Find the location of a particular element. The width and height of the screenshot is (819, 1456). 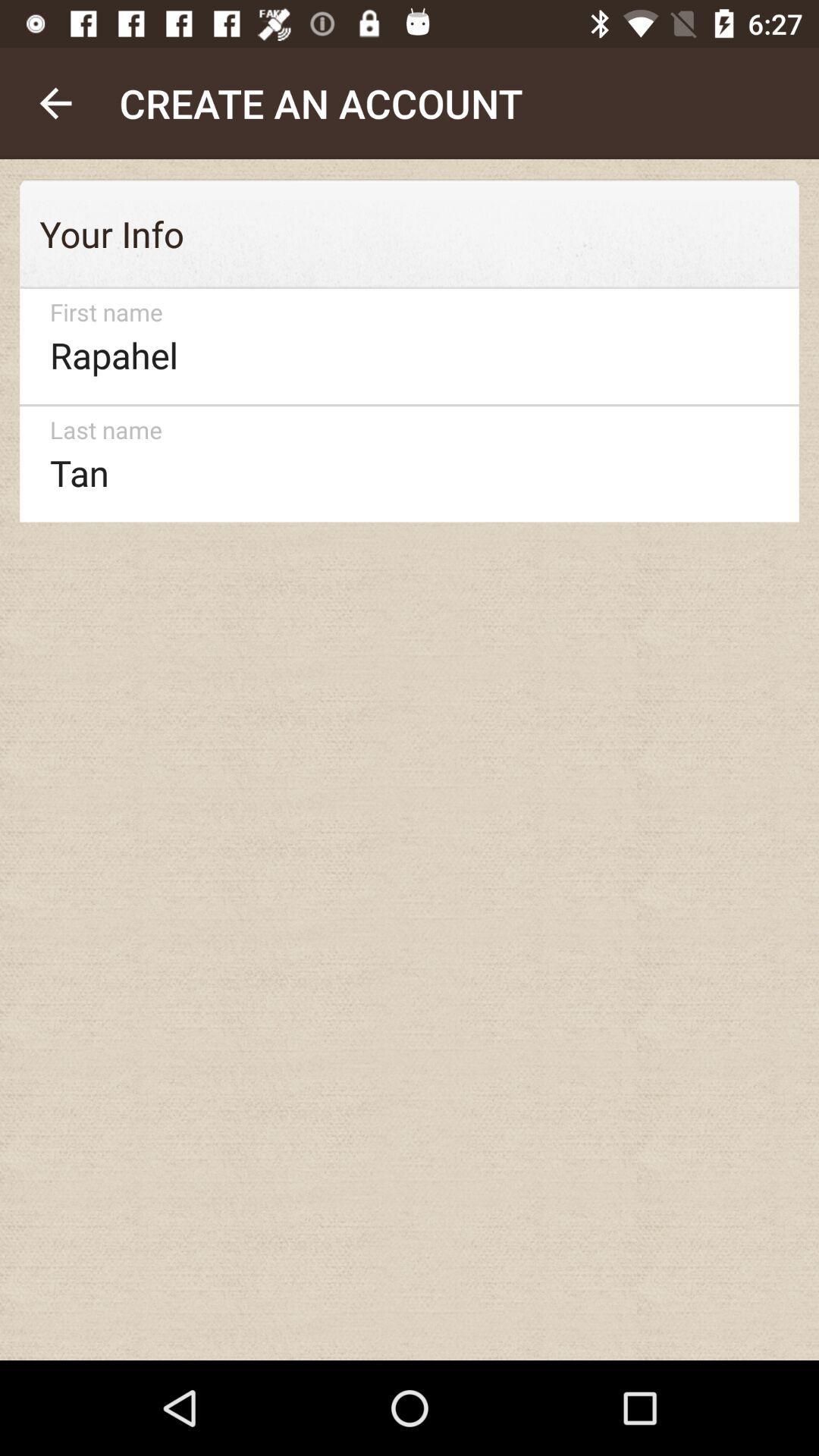

the icon to the left of create an account icon is located at coordinates (55, 102).